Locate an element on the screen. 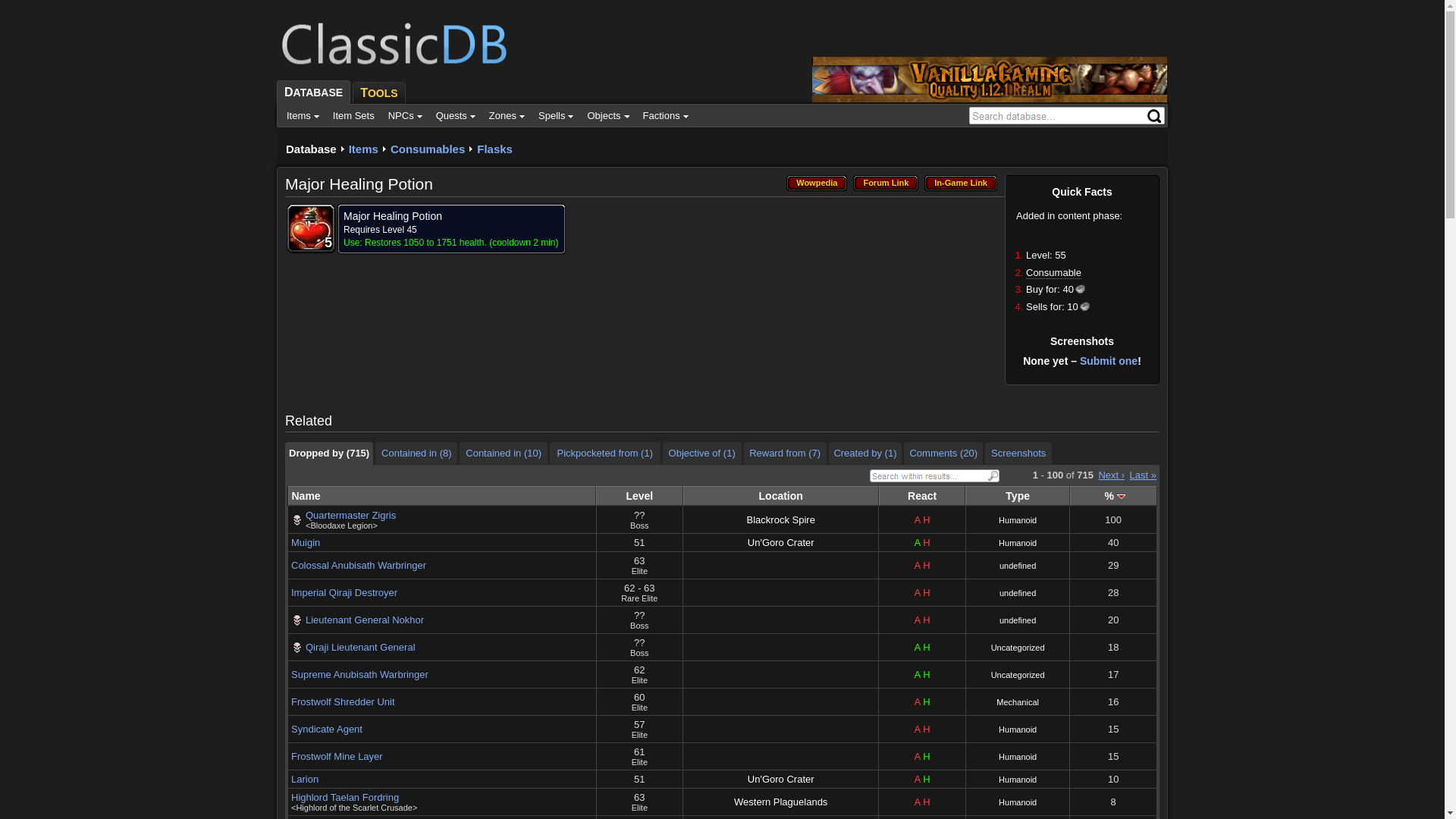  'Muigin' is located at coordinates (291, 541).